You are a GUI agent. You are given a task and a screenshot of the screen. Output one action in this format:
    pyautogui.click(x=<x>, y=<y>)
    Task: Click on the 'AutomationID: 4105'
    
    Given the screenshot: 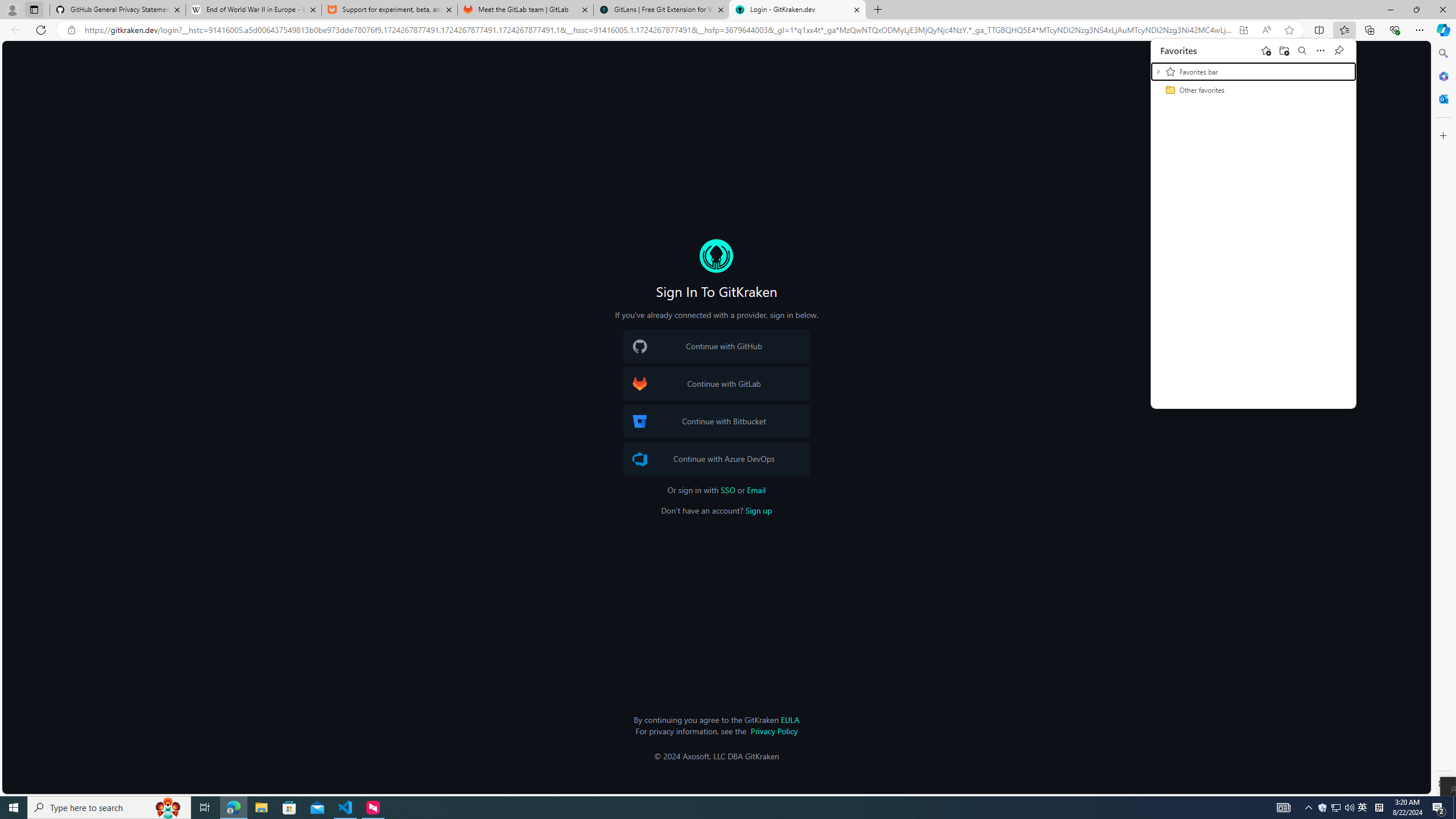 What is the action you would take?
    pyautogui.click(x=1283, y=806)
    